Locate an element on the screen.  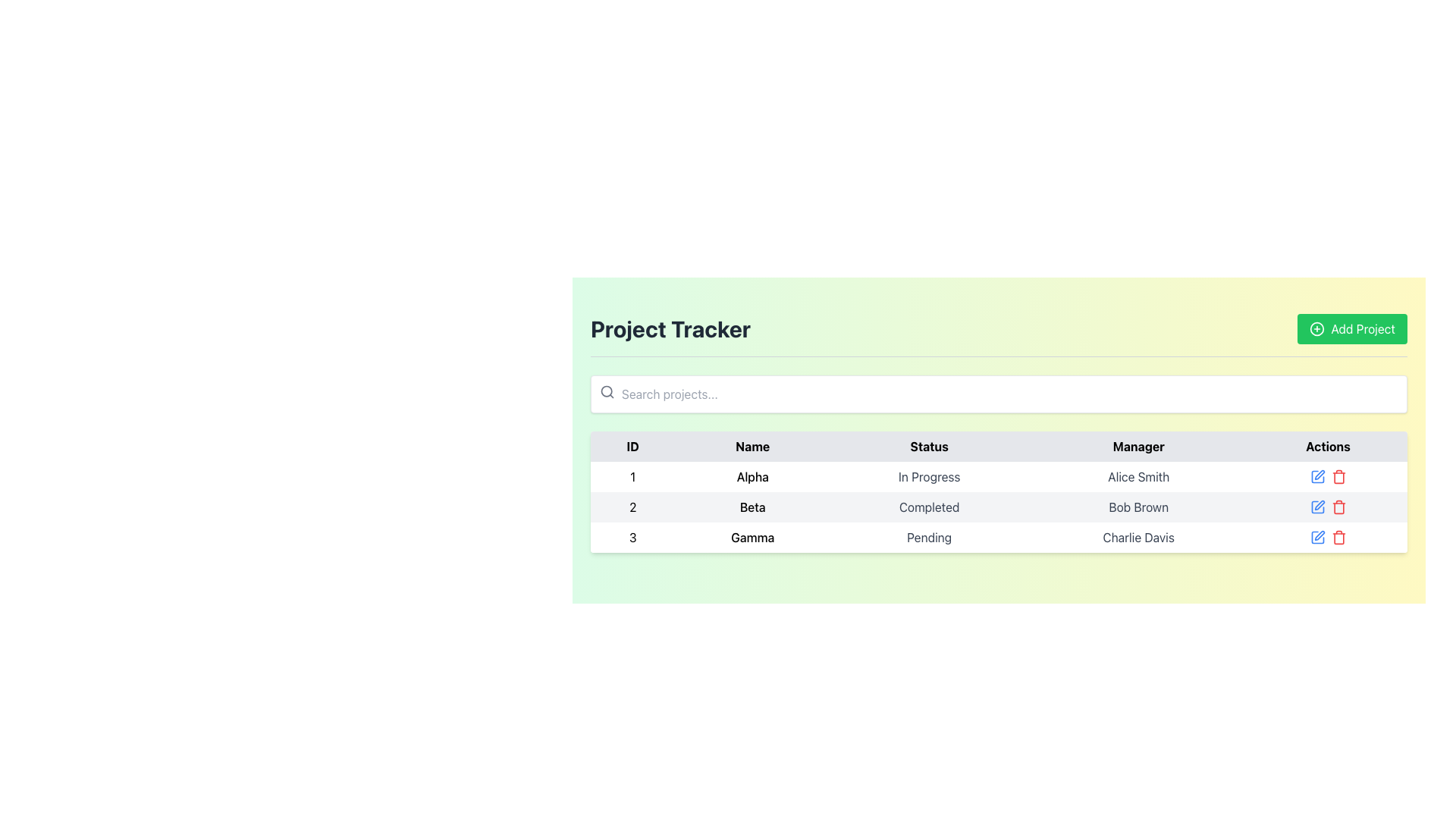
the text label in the third row of the table under the 'Name' column is located at coordinates (752, 537).